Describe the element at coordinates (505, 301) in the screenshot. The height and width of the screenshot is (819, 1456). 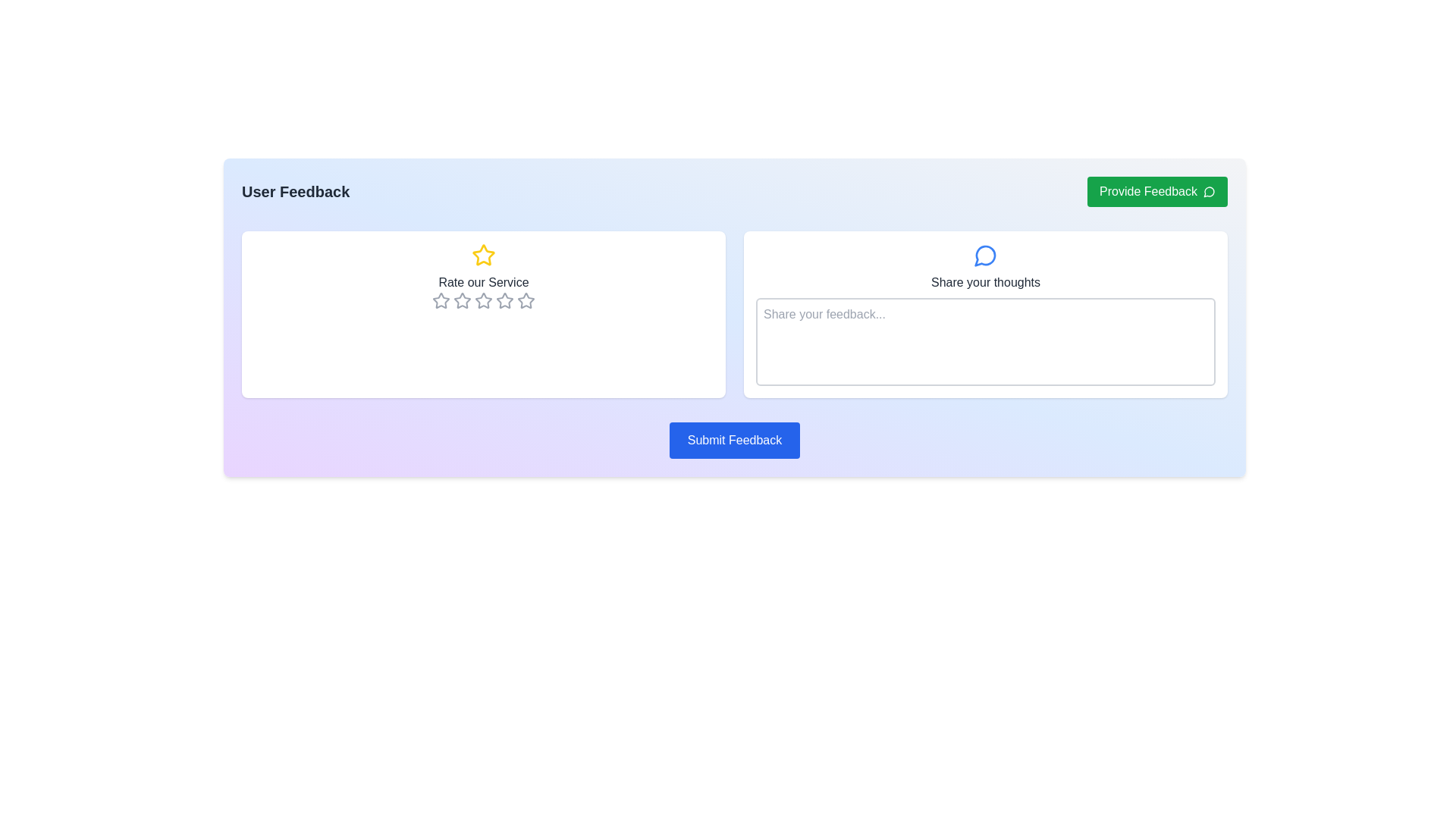
I see `the fourth star icon in the rating section` at that location.